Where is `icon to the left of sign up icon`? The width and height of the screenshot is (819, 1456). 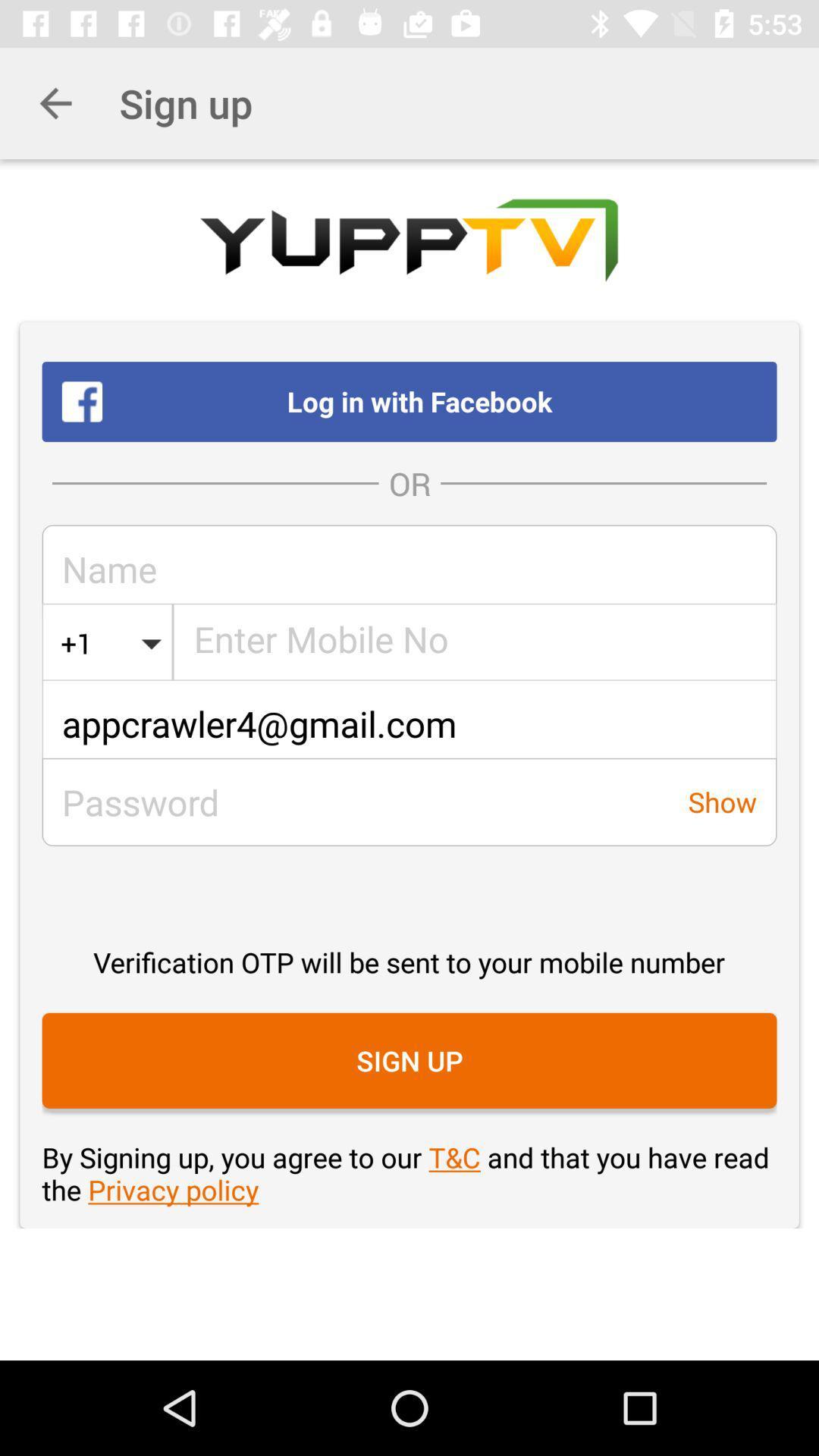 icon to the left of sign up icon is located at coordinates (55, 102).